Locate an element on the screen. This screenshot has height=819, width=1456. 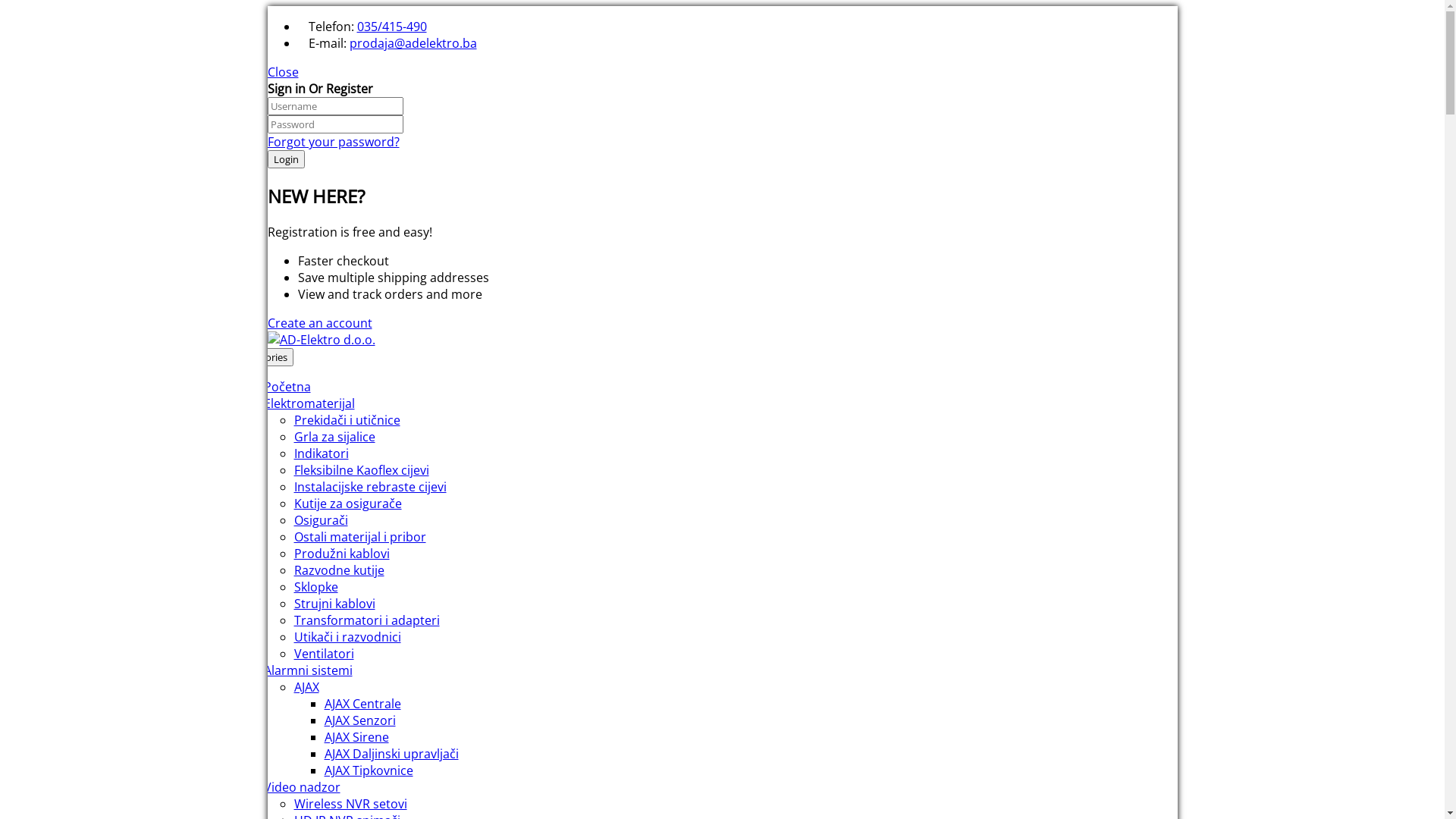
'Sklopke' is located at coordinates (315, 586).